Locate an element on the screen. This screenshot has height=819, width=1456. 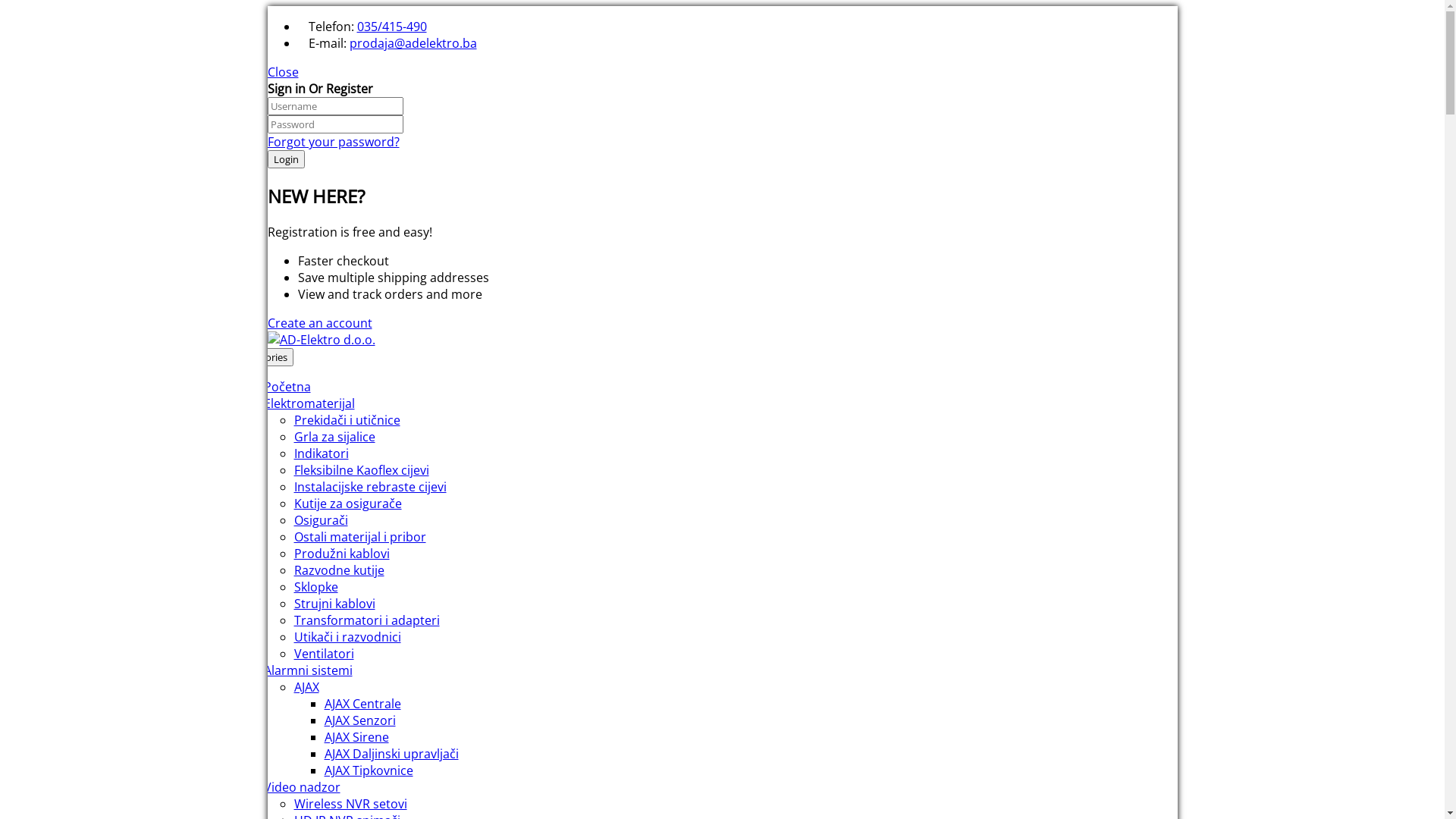
'Sklopke' is located at coordinates (315, 586).